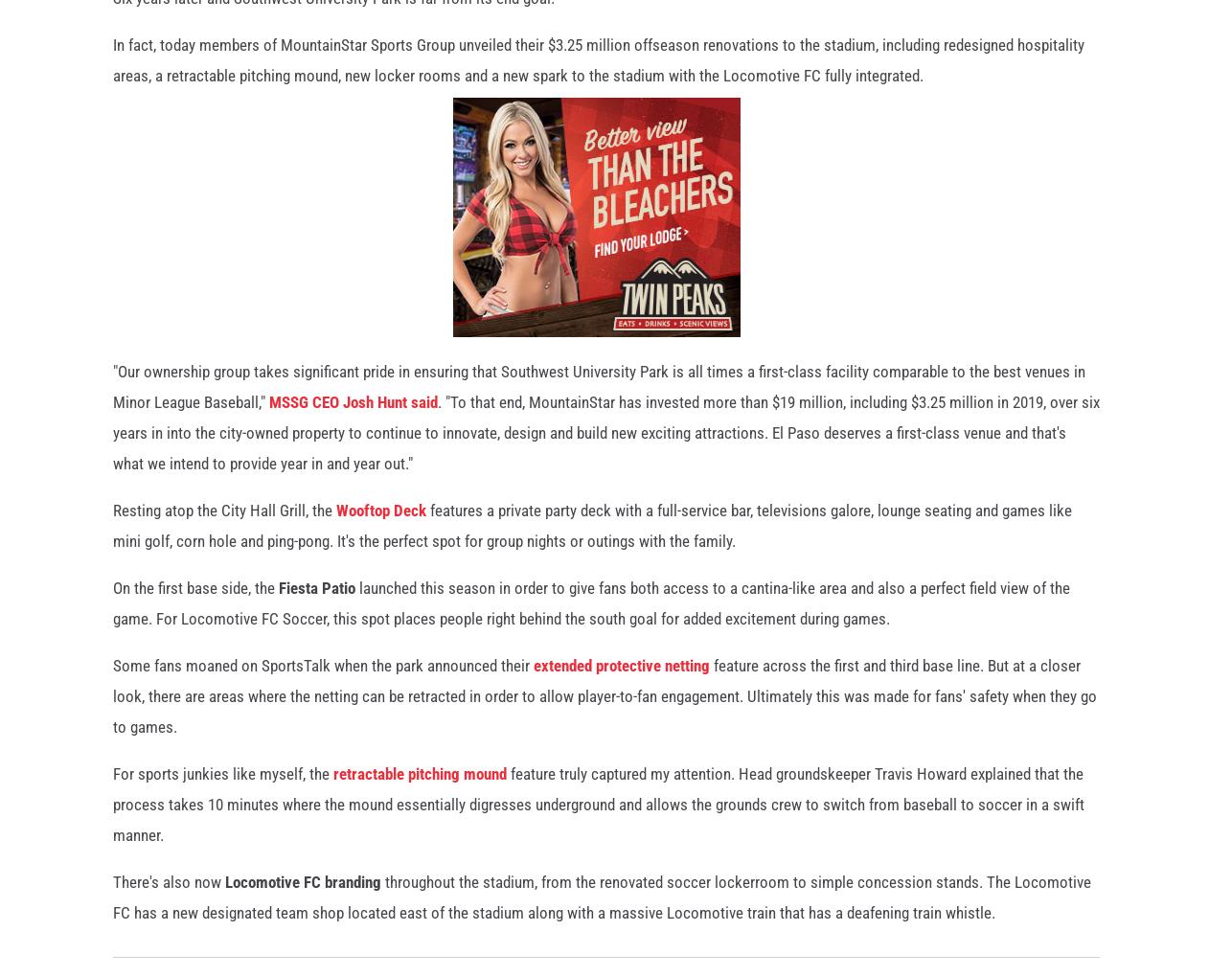 This screenshot has height=977, width=1232. I want to click on 'Wooftop Deck', so click(380, 518).